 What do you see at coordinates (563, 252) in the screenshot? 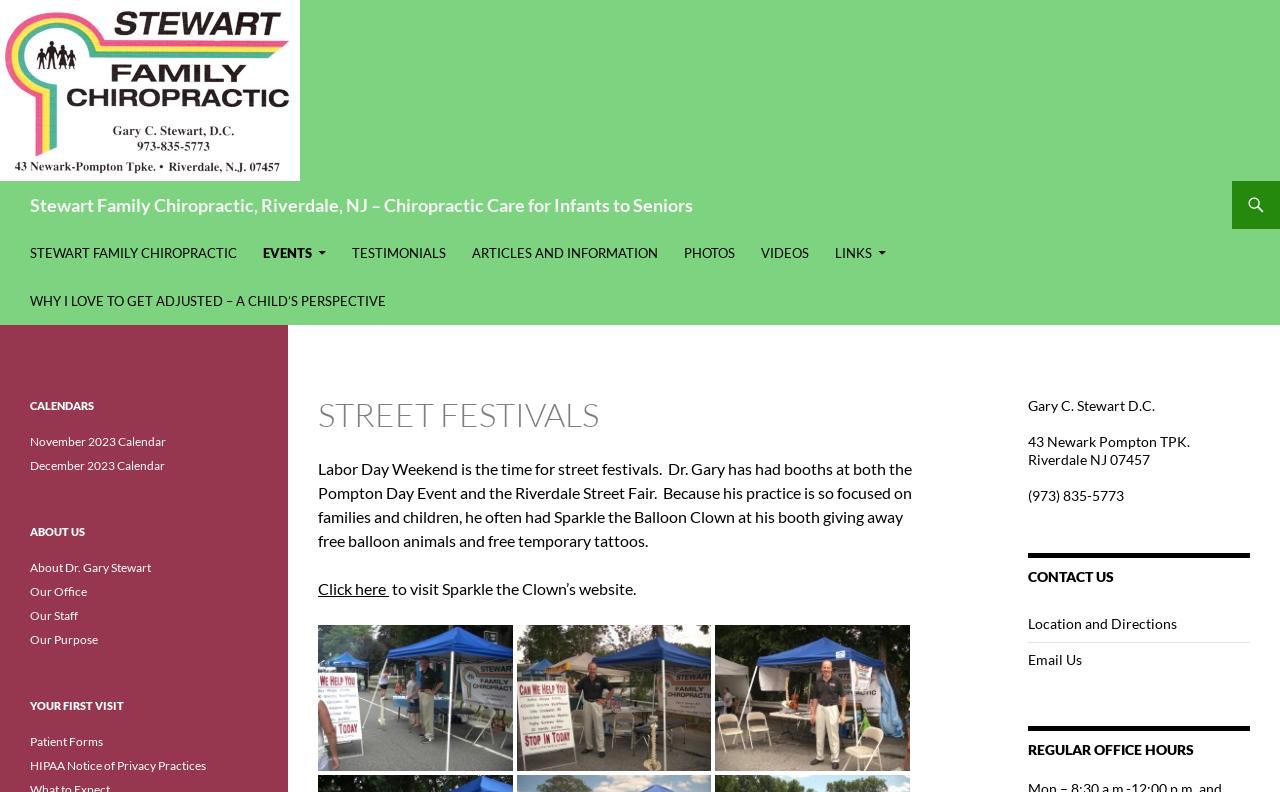
I see `'Articles and Information'` at bounding box center [563, 252].